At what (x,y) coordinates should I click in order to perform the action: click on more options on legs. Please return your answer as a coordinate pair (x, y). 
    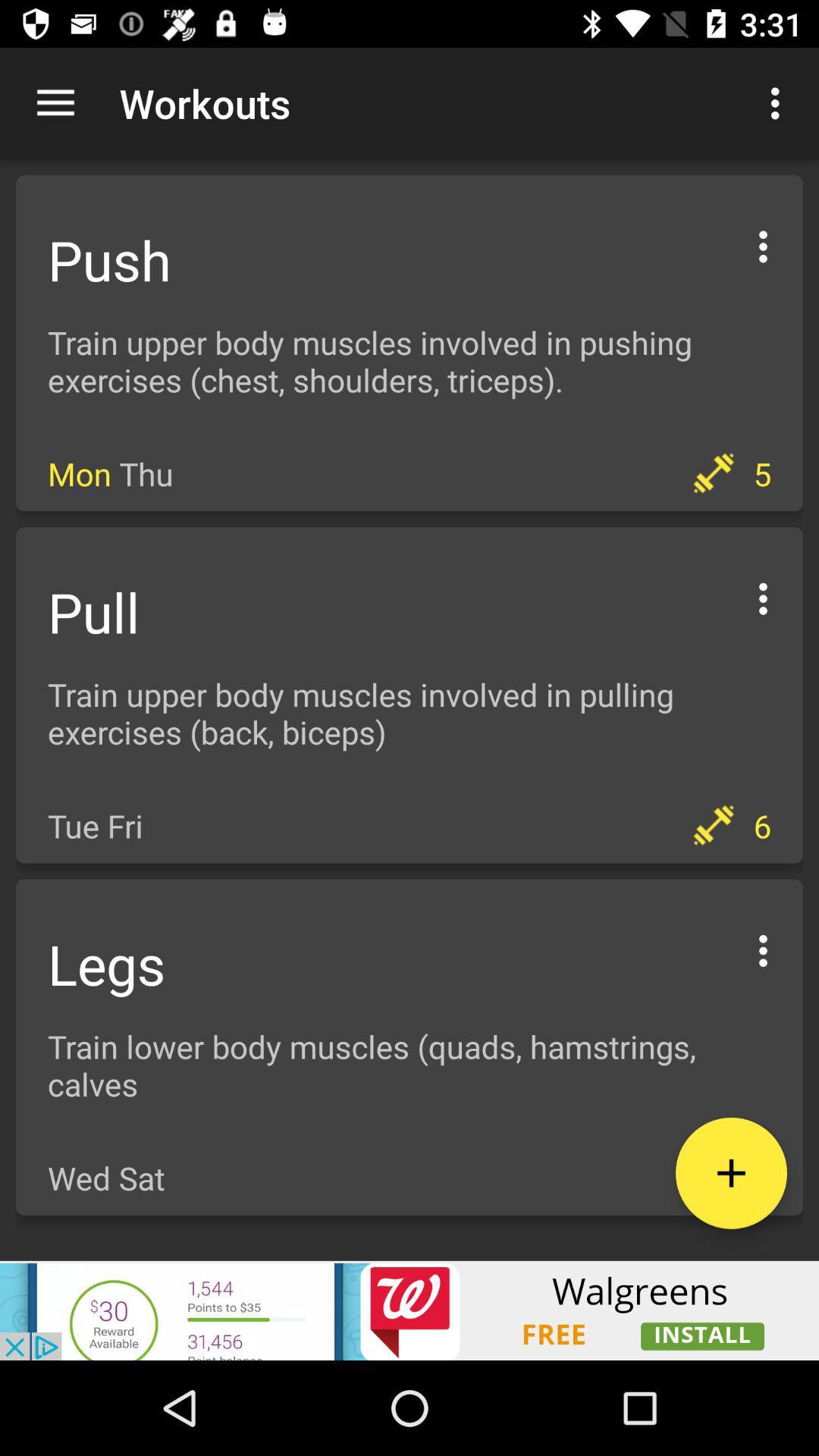
    Looking at the image, I should click on (763, 948).